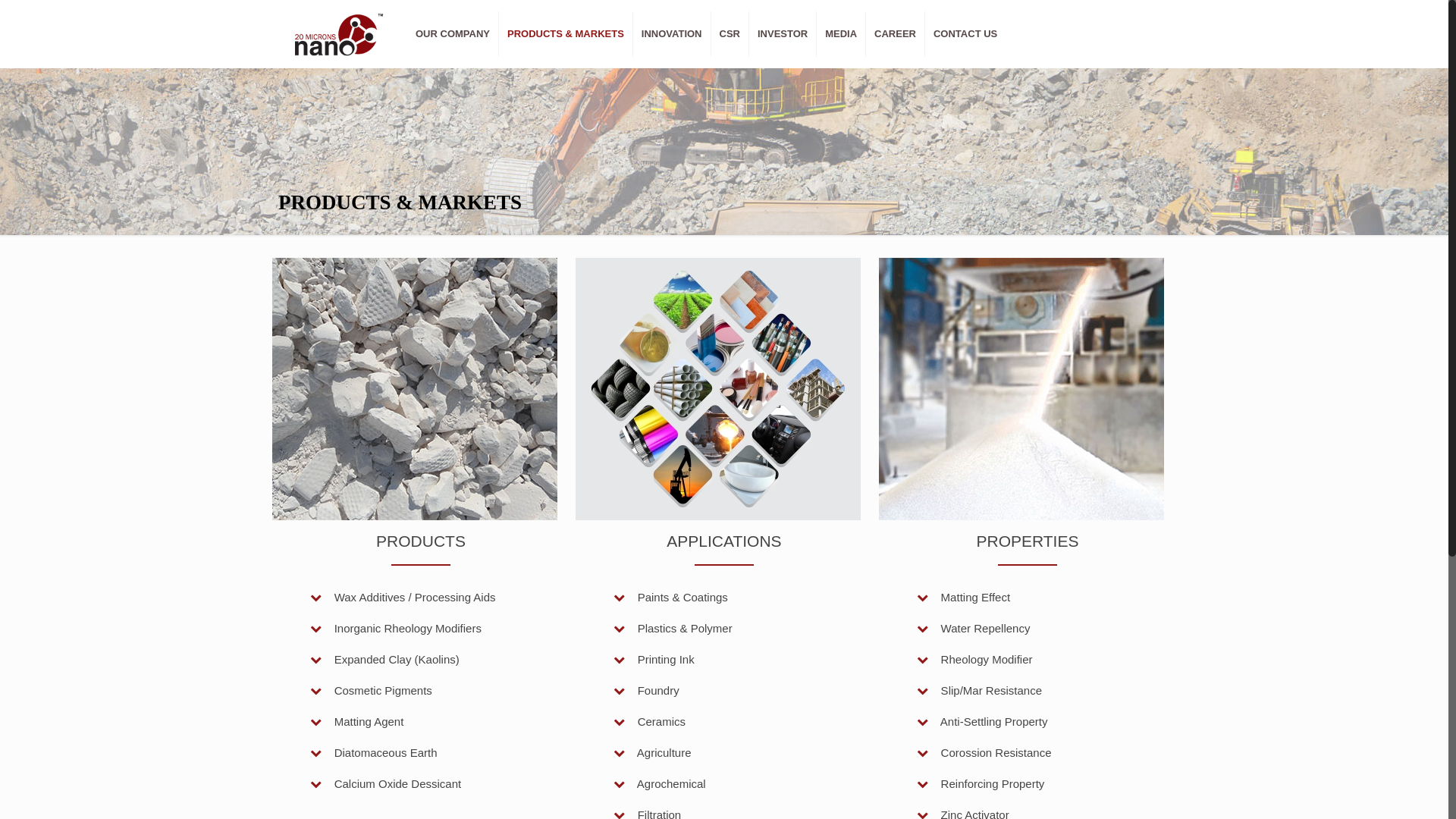  I want to click on 'OUR COMPANY', so click(452, 34).